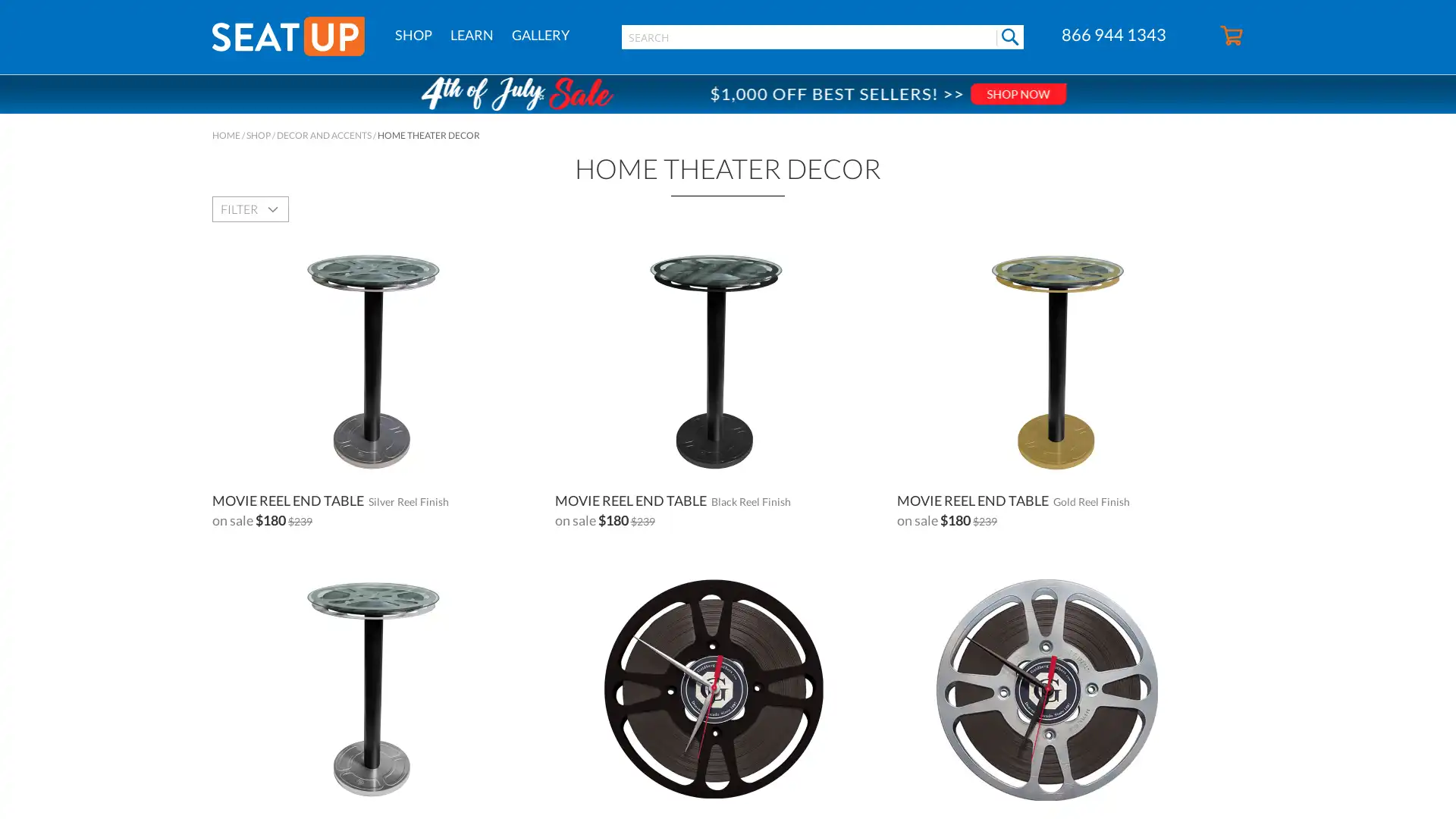  What do you see at coordinates (1009, 36) in the screenshot?
I see `Search` at bounding box center [1009, 36].